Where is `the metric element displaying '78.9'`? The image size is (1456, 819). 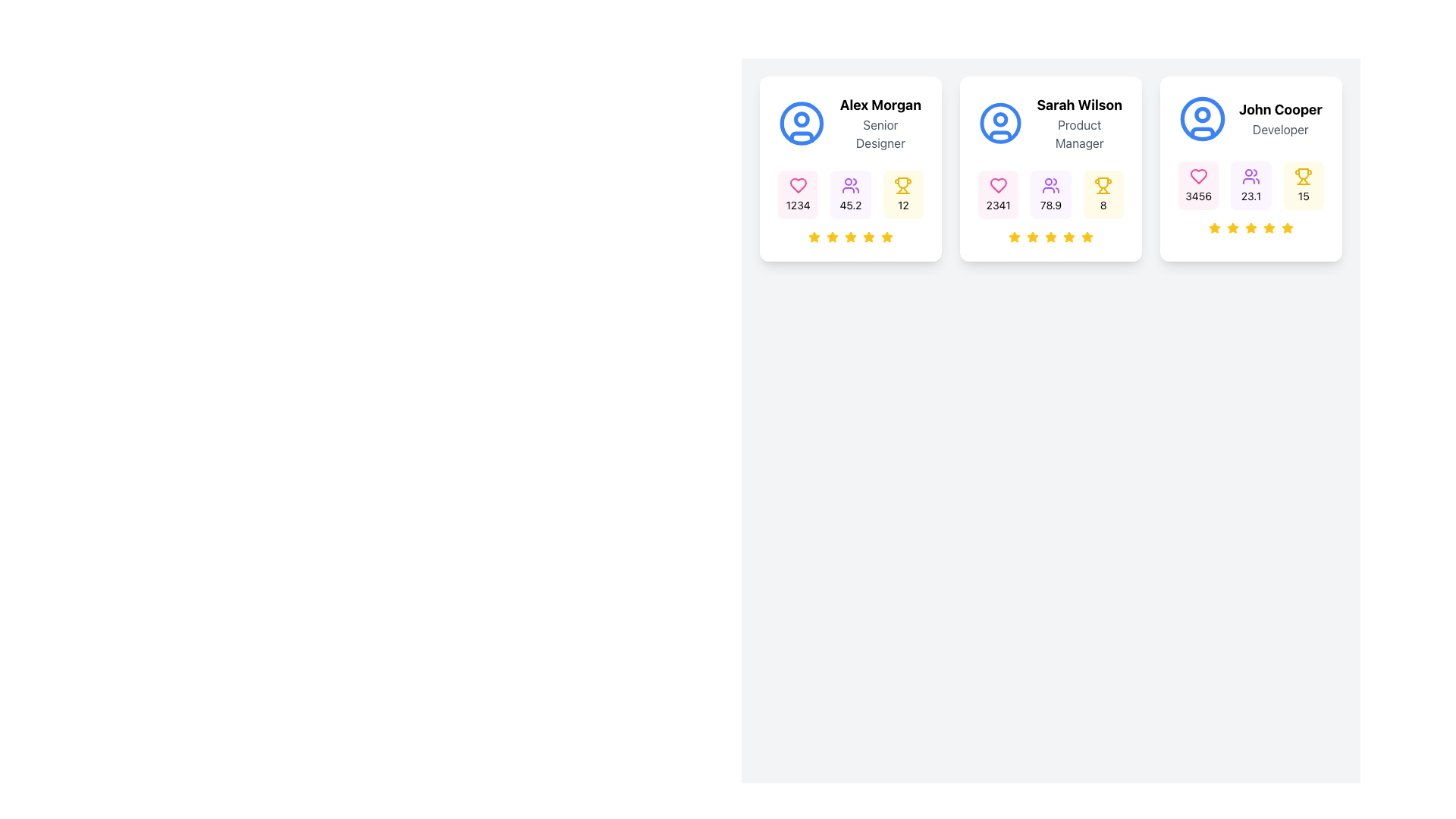 the metric element displaying '78.9' is located at coordinates (1050, 194).